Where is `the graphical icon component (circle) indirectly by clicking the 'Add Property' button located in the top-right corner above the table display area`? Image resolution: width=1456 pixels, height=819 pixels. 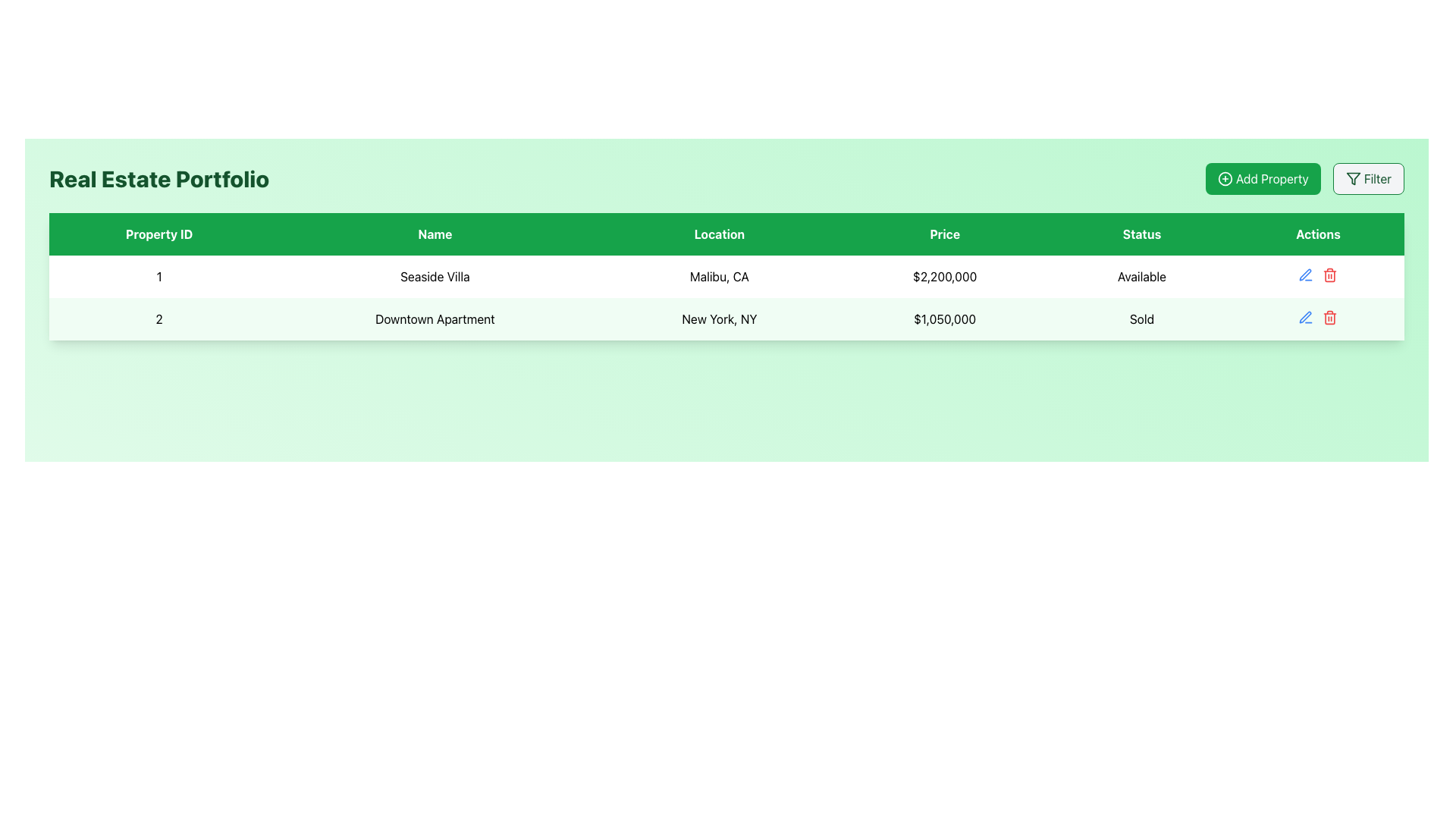 the graphical icon component (circle) indirectly by clicking the 'Add Property' button located in the top-right corner above the table display area is located at coordinates (1225, 177).